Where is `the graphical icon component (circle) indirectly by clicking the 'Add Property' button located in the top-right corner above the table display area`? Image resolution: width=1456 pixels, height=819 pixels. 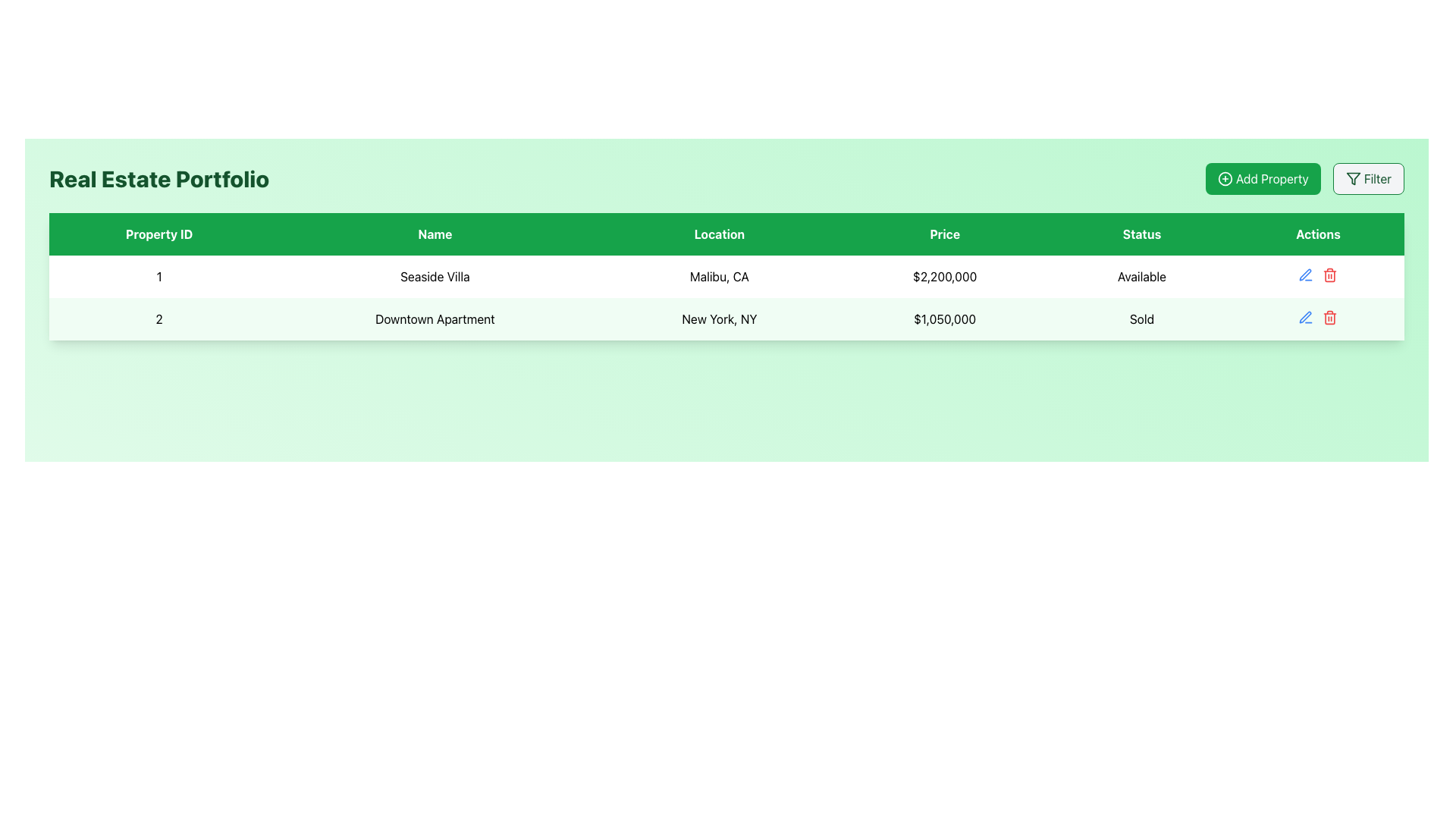 the graphical icon component (circle) indirectly by clicking the 'Add Property' button located in the top-right corner above the table display area is located at coordinates (1225, 177).